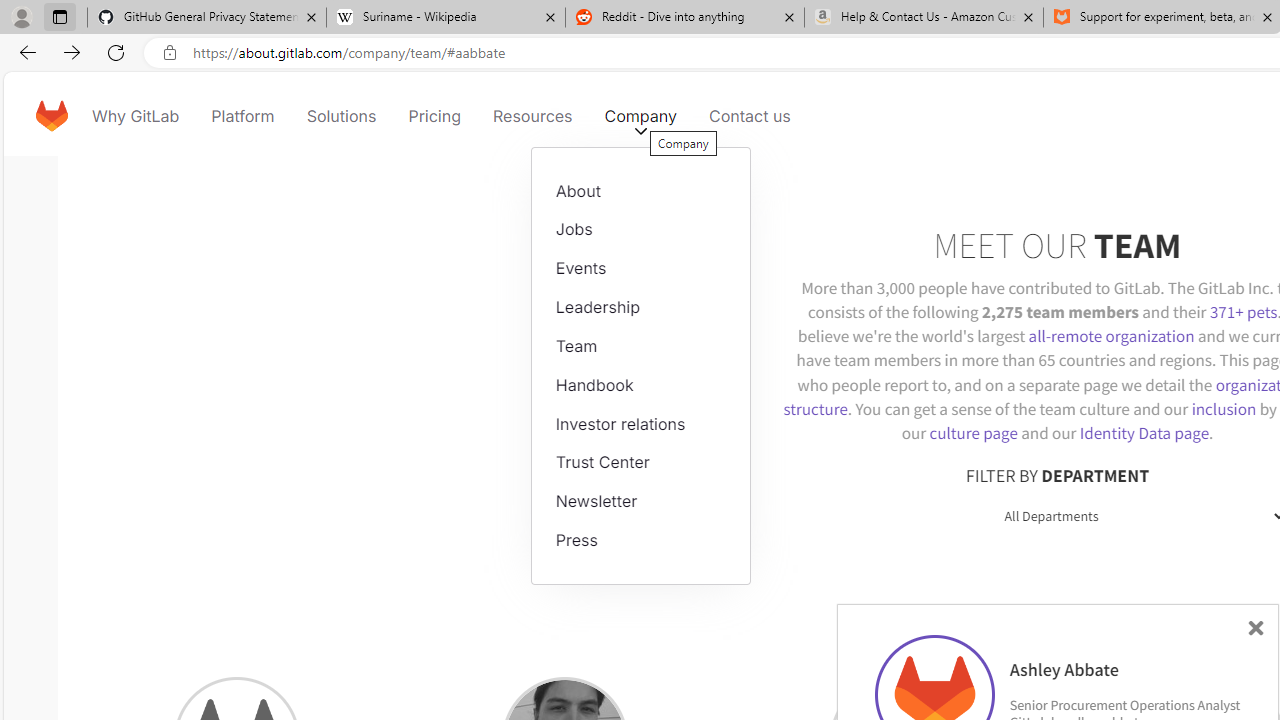 The image size is (1280, 720). Describe the element at coordinates (444, 17) in the screenshot. I see `'Suriname - Wikipedia'` at that location.